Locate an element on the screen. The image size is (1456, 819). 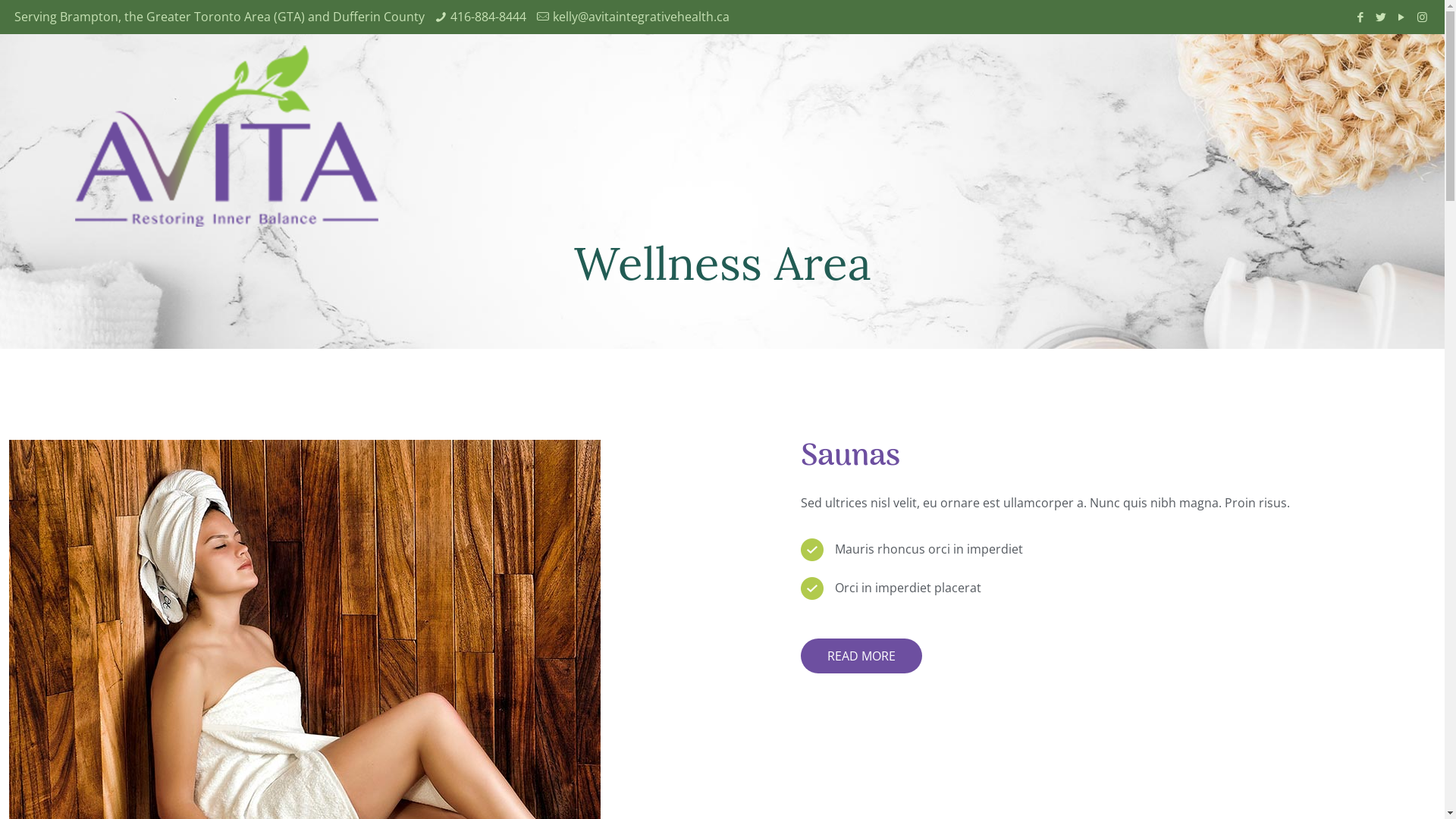
'Facebook' is located at coordinates (1353, 17).